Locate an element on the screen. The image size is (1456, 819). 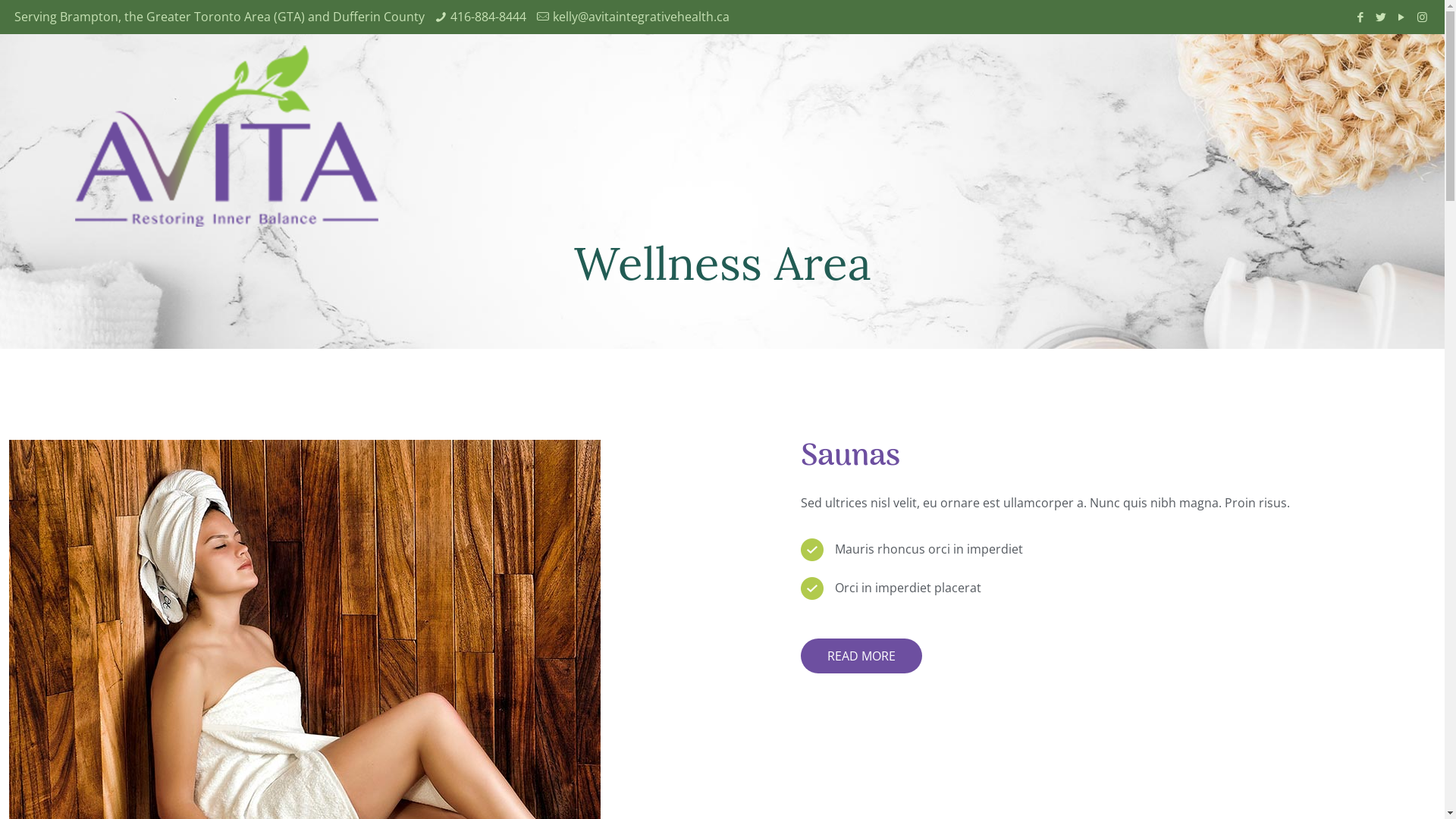
'Facebook' is located at coordinates (1353, 17).